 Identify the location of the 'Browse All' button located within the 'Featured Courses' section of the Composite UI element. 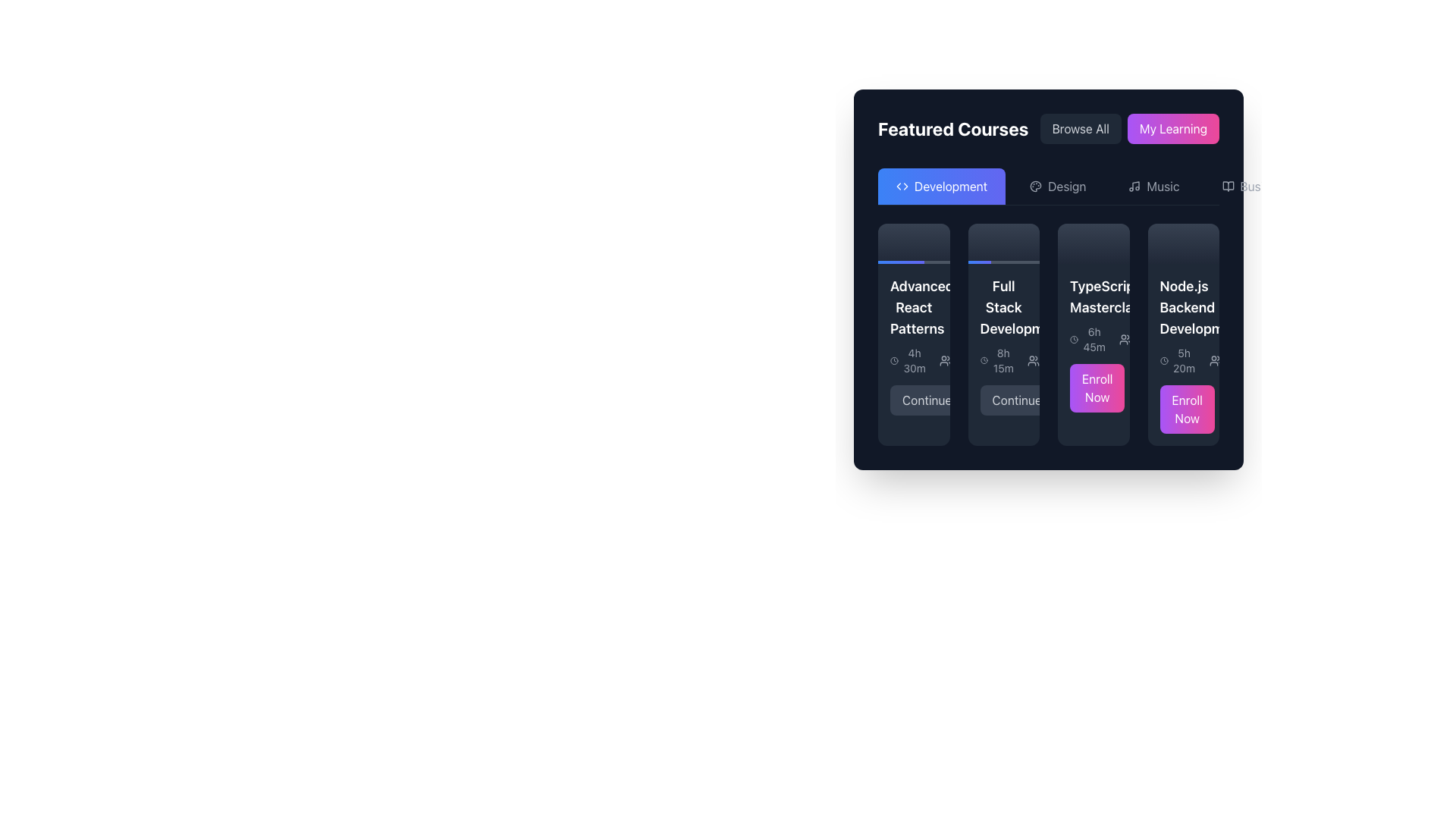
(1047, 127).